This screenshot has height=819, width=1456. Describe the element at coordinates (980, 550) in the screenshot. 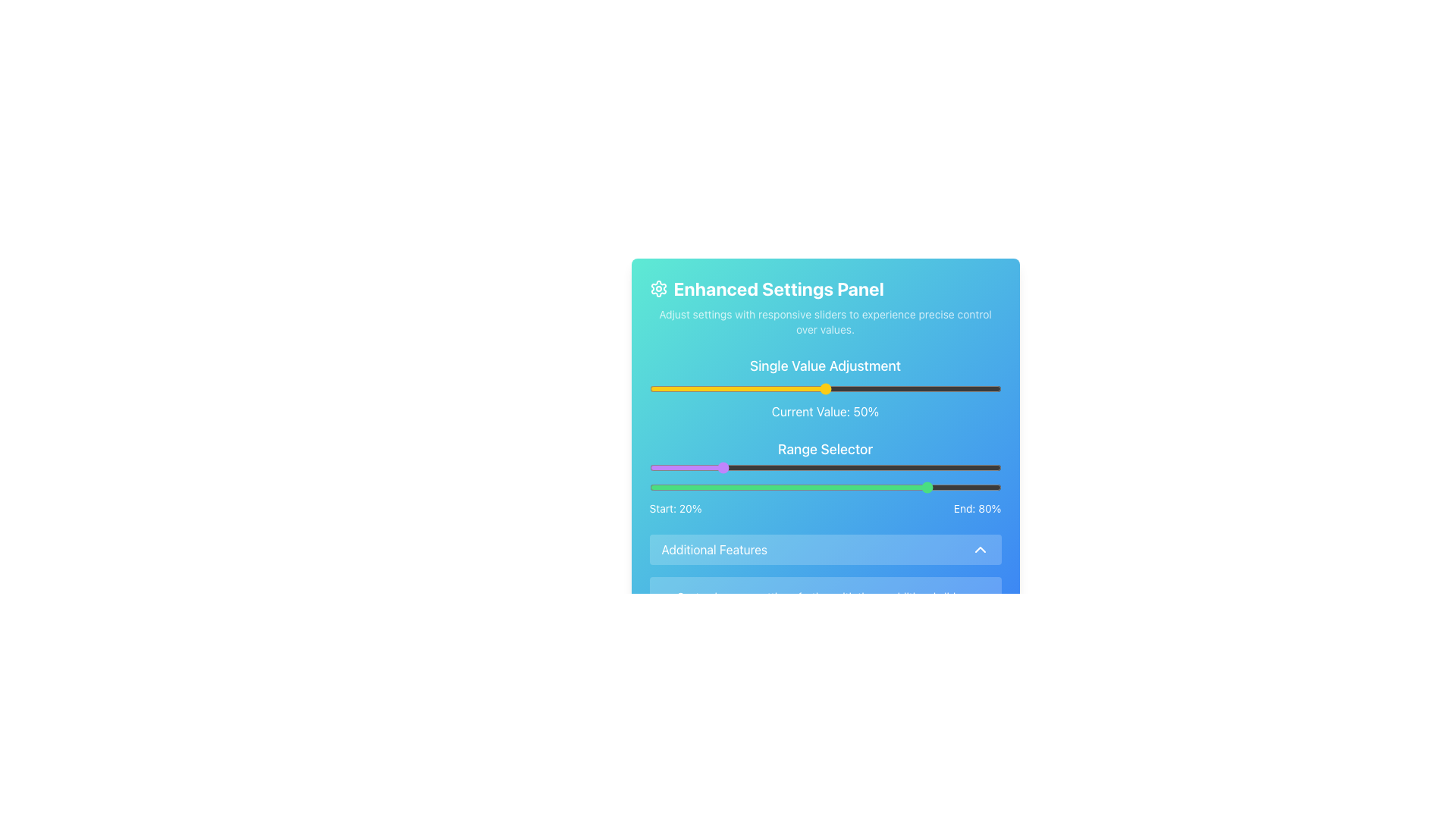

I see `the chevron button located to the right of the 'Additional Features' text` at that location.